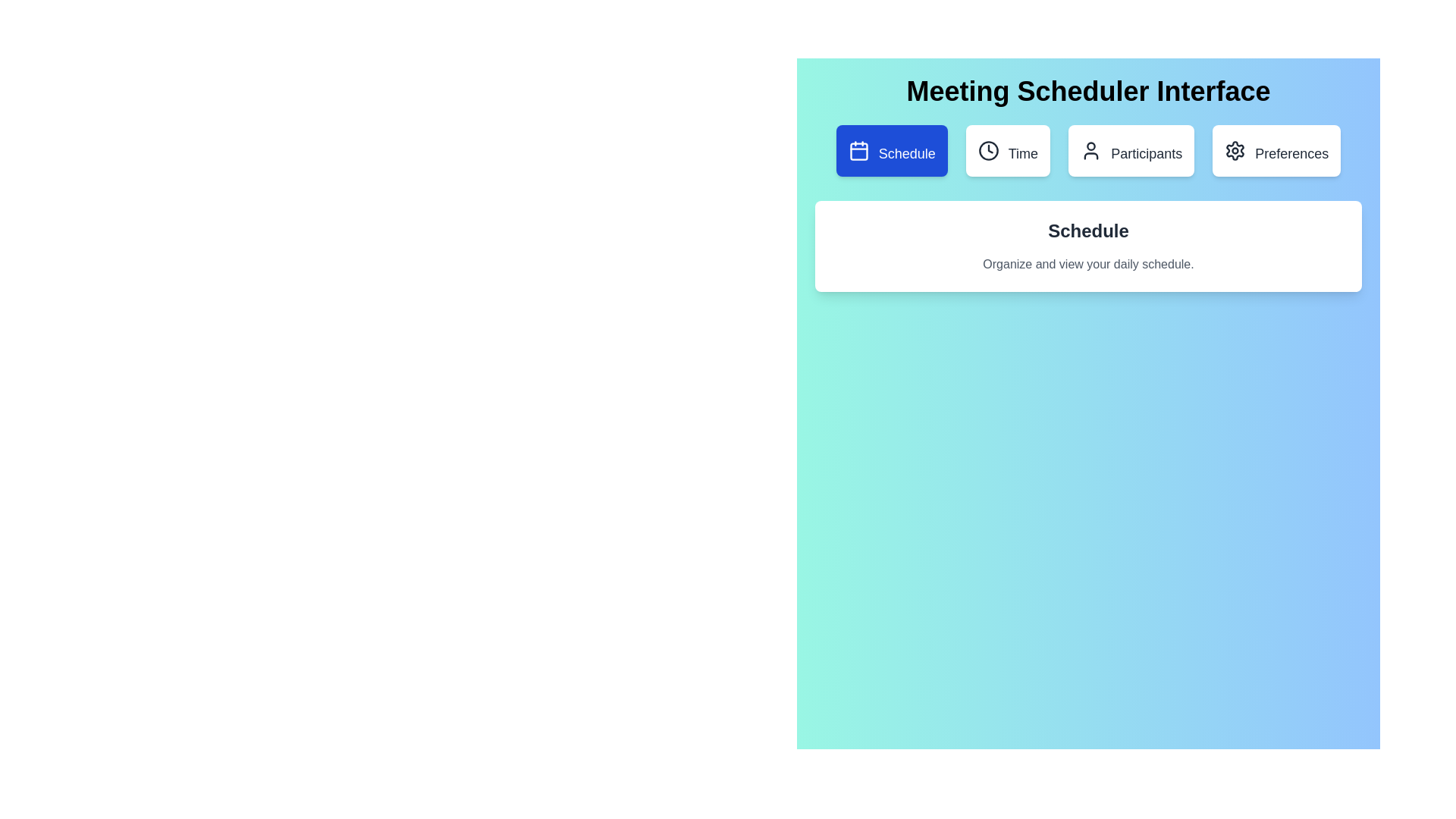 The height and width of the screenshot is (819, 1456). I want to click on the 'Participants' icon, which is located inside the 'Participants' button, the third button in a horizontal row of four buttons, aligned to the left adjacent to the text label, so click(1090, 151).